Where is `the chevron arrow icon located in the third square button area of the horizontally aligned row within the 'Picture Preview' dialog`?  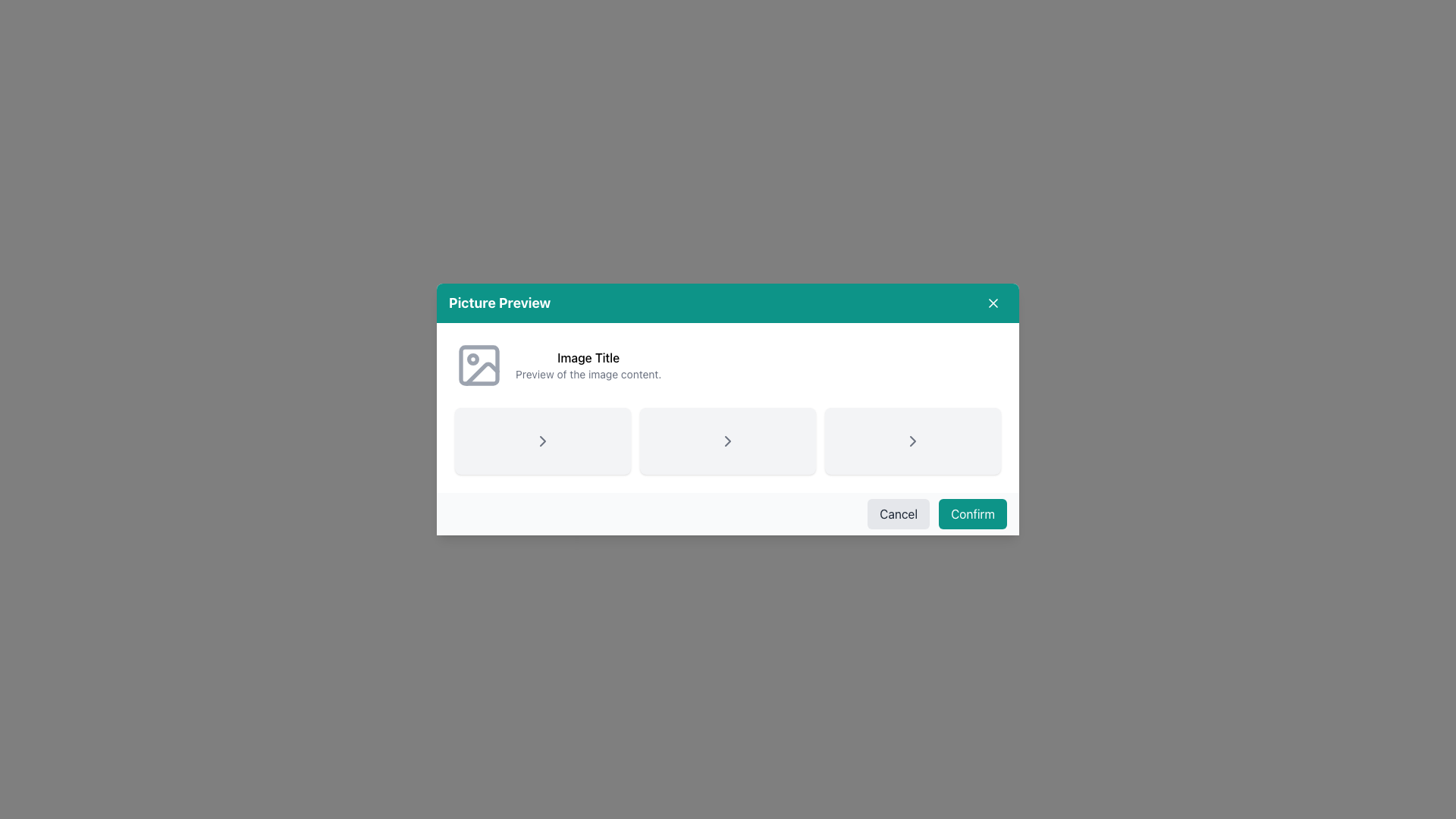 the chevron arrow icon located in the third square button area of the horizontally aligned row within the 'Picture Preview' dialog is located at coordinates (912, 441).